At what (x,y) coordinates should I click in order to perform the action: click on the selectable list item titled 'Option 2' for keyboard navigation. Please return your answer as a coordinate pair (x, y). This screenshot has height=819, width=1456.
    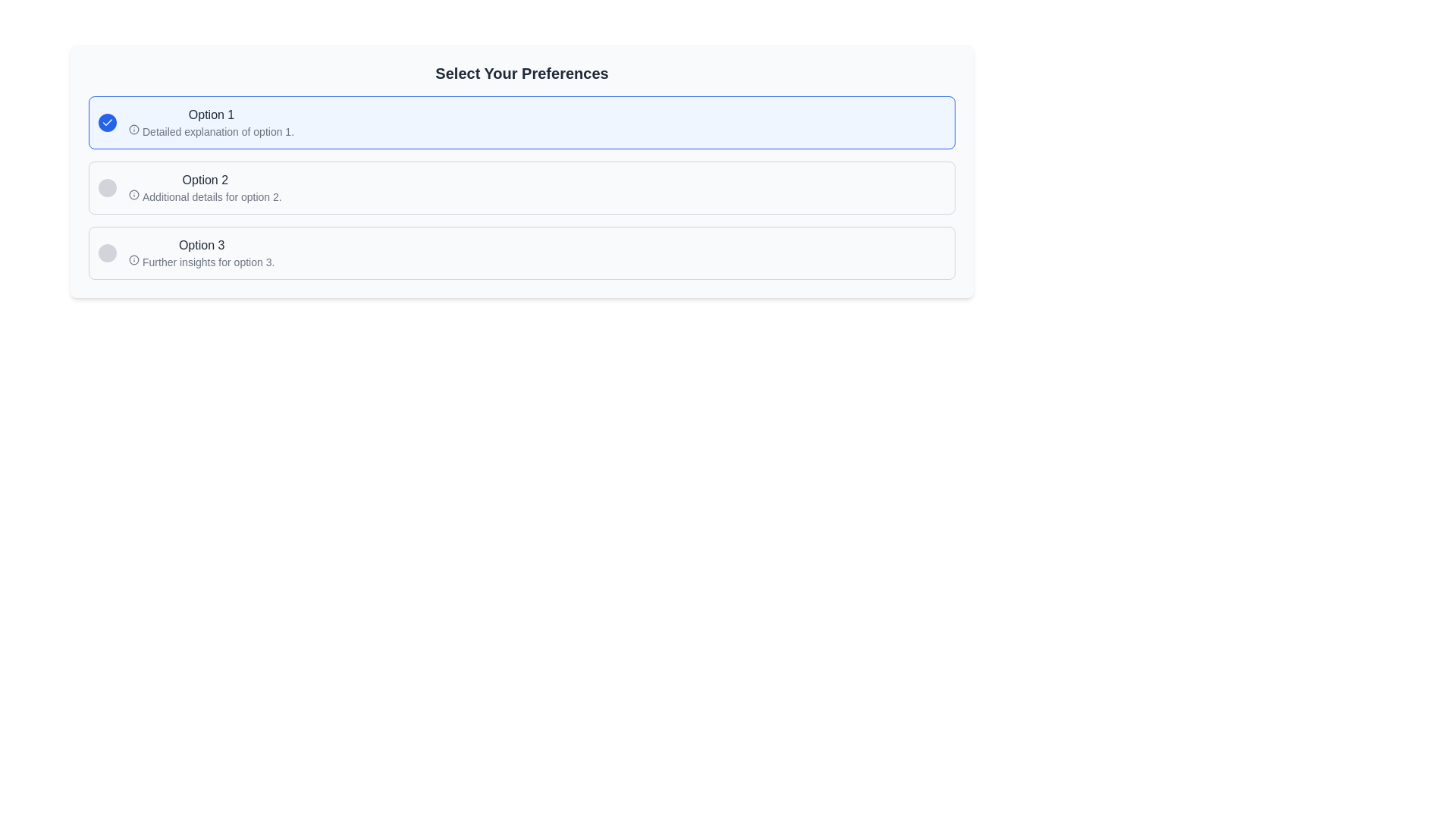
    Looking at the image, I should click on (204, 187).